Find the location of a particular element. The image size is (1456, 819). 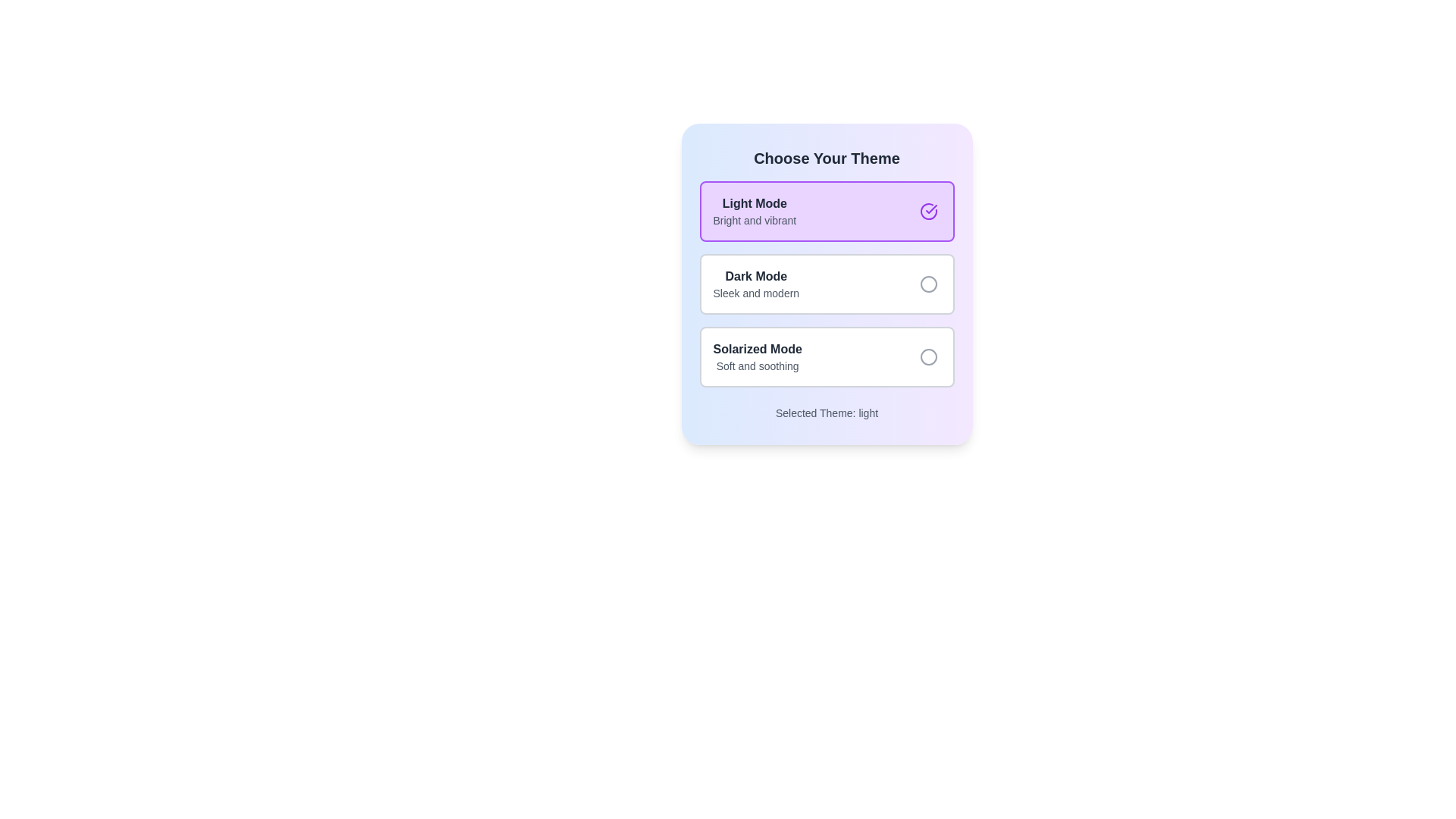

the 'Solarized Mode' option card, which is the third option in the theme selection list is located at coordinates (826, 356).